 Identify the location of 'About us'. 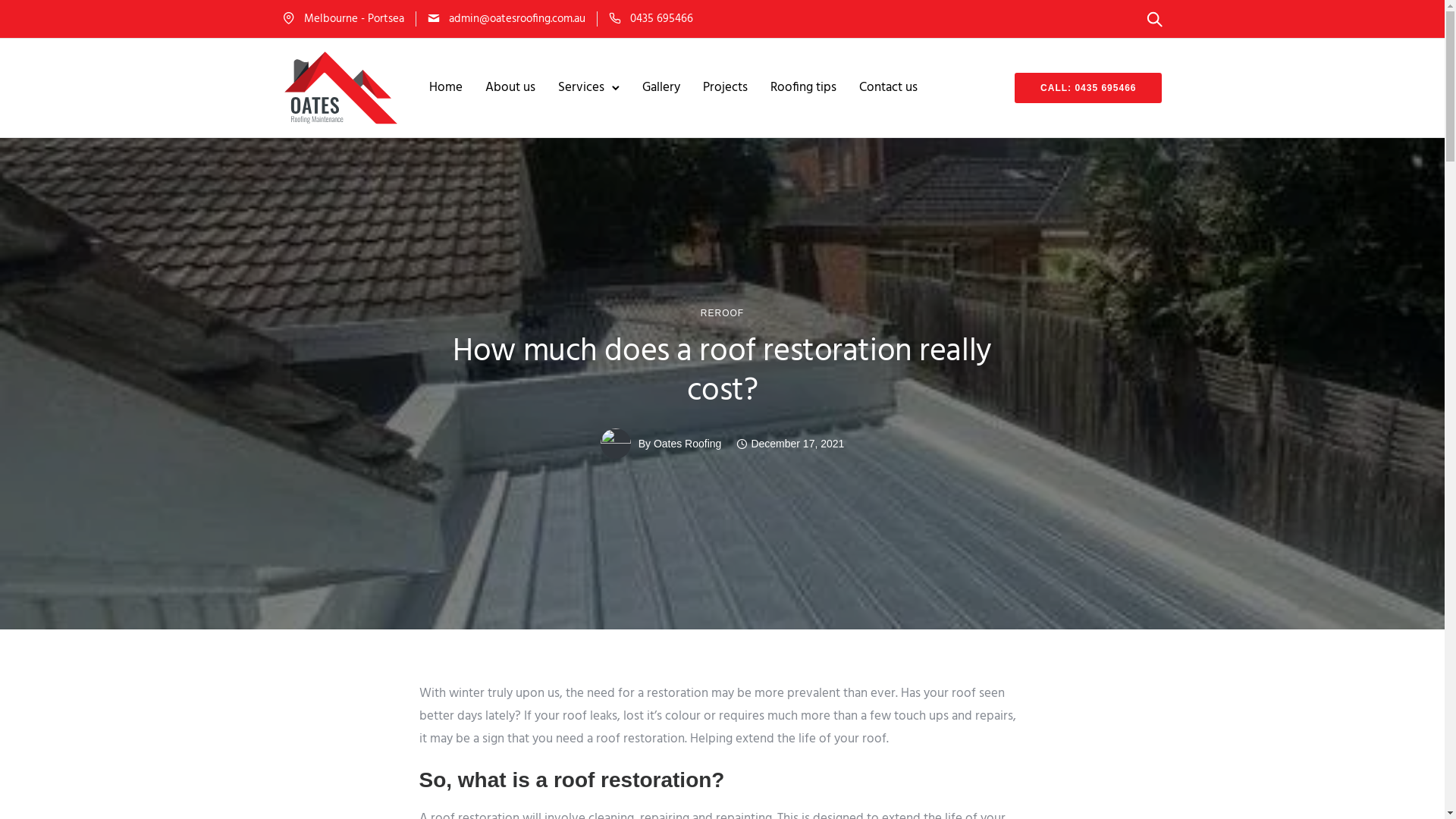
(476, 87).